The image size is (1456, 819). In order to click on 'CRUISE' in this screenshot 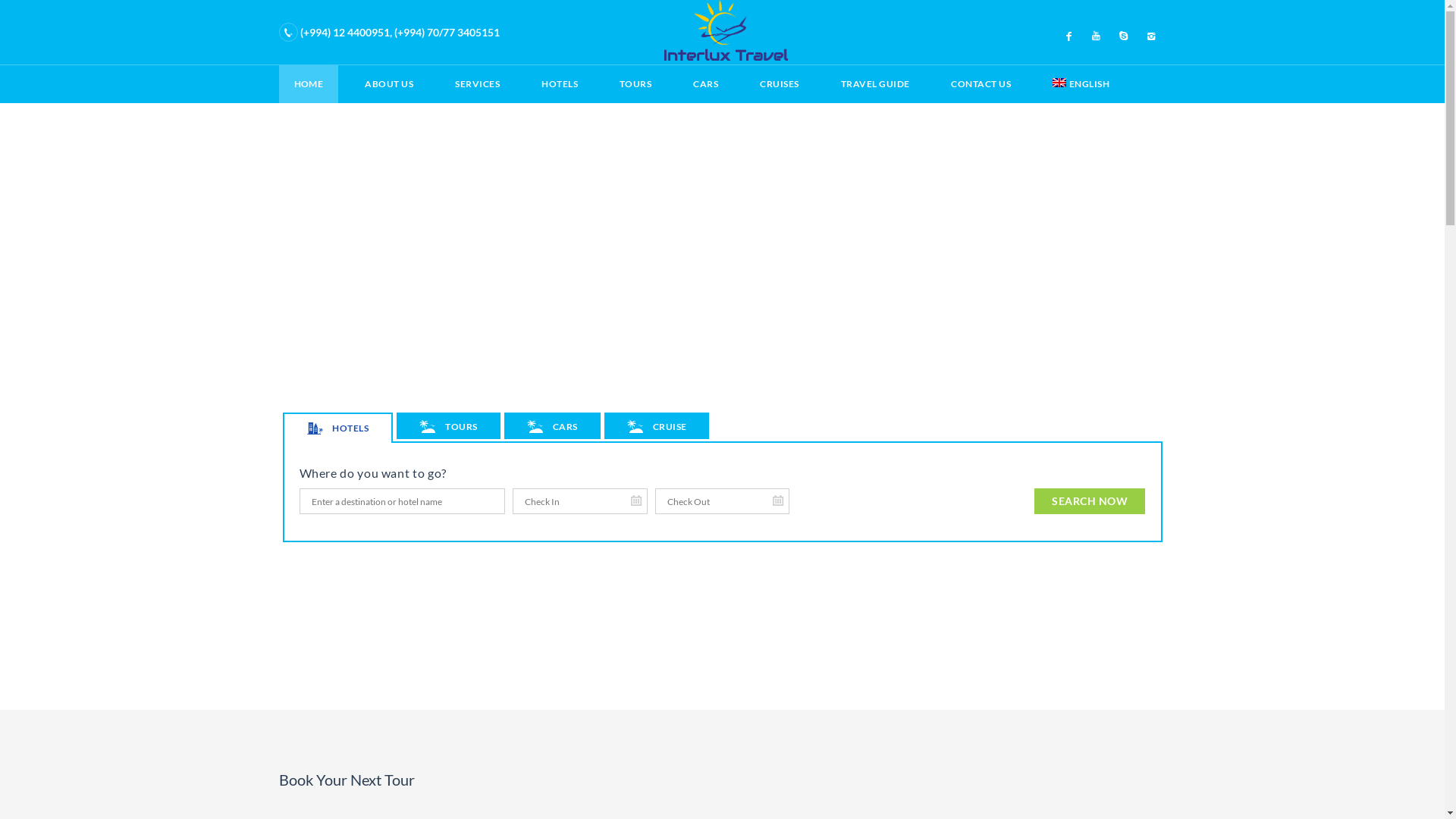, I will do `click(657, 425)`.